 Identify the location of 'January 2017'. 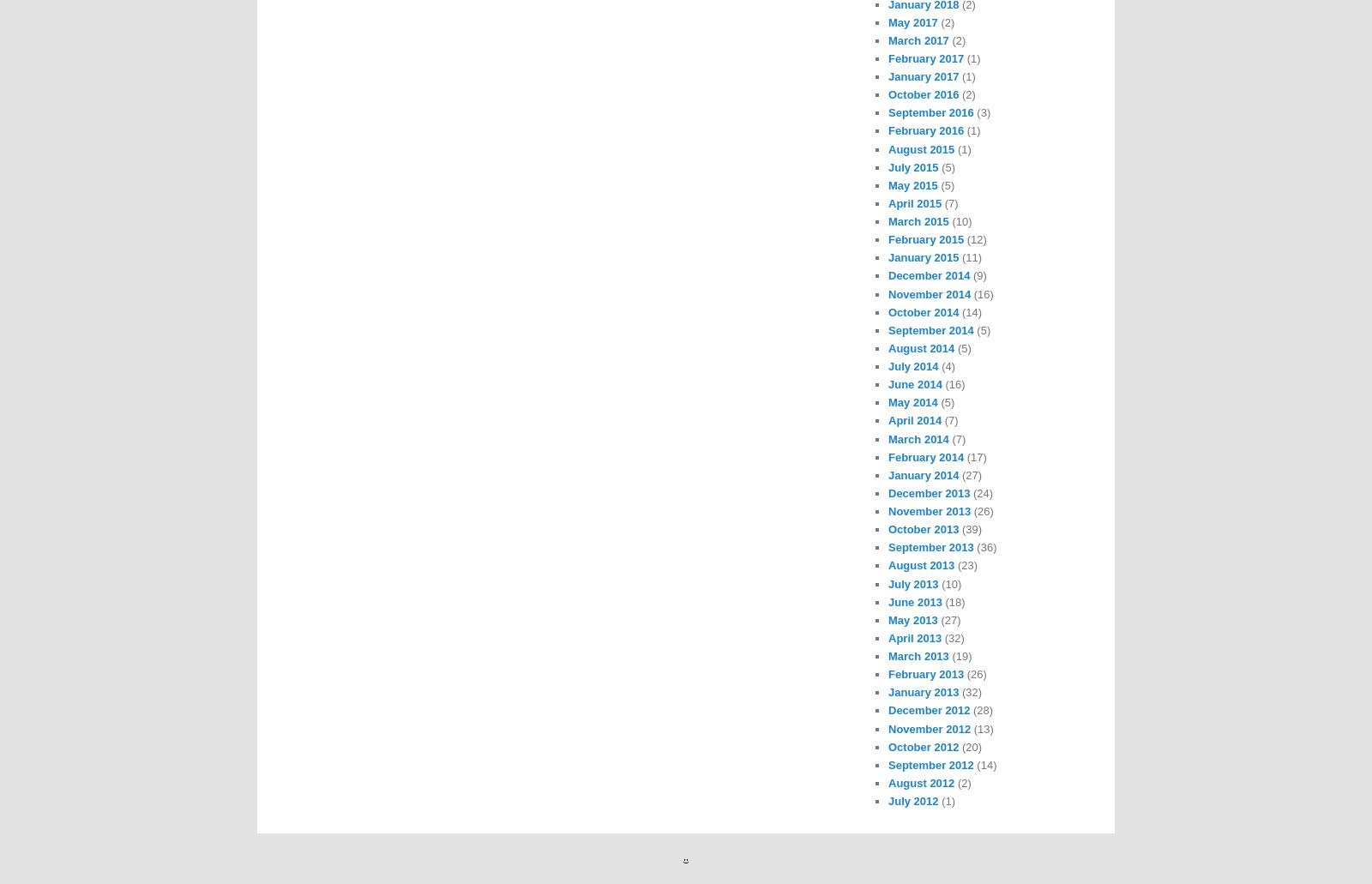
(923, 76).